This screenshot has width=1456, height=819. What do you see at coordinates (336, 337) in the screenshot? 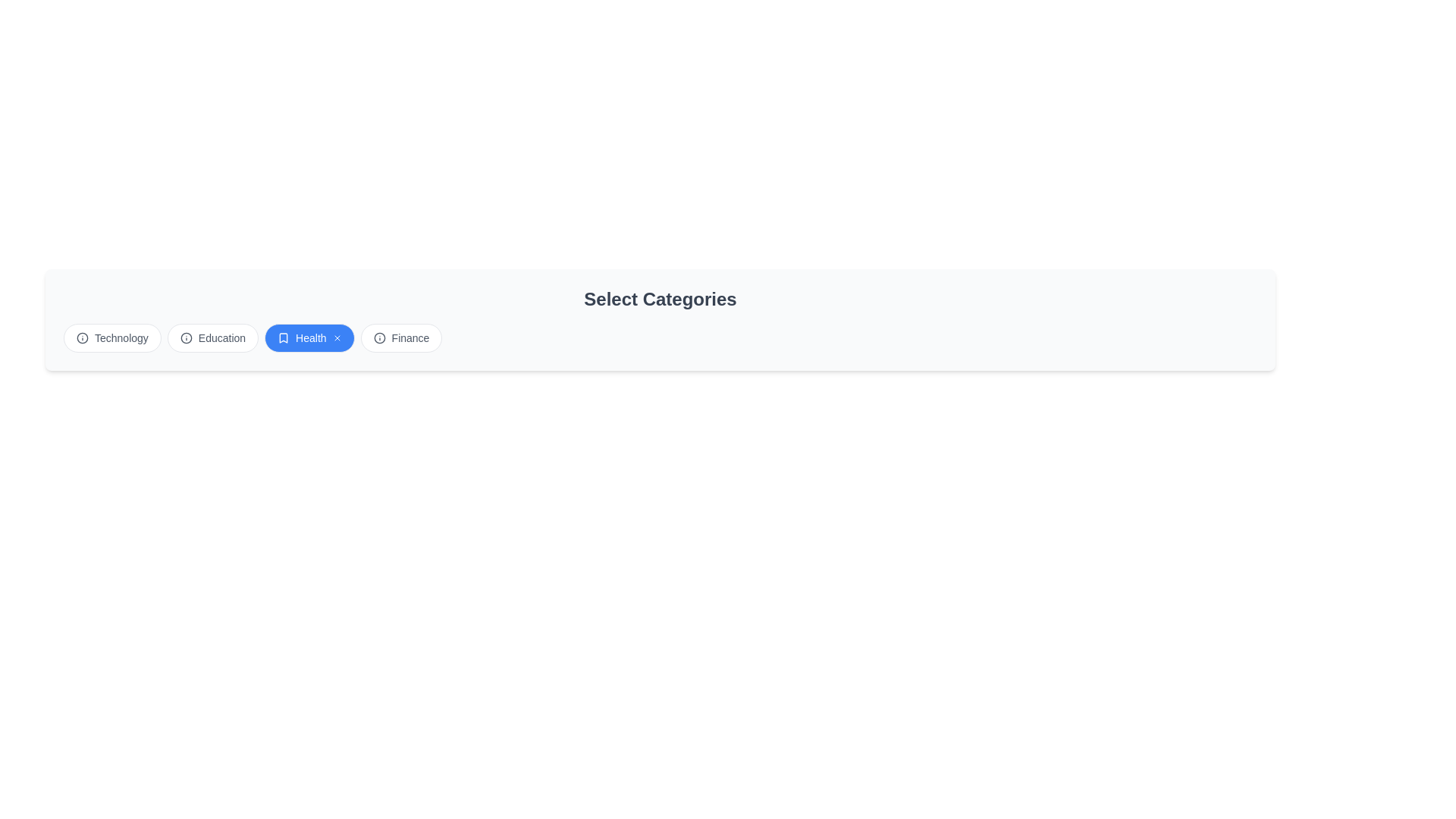
I see `the close (X) icon of the 'Health' category to deselect it` at bounding box center [336, 337].